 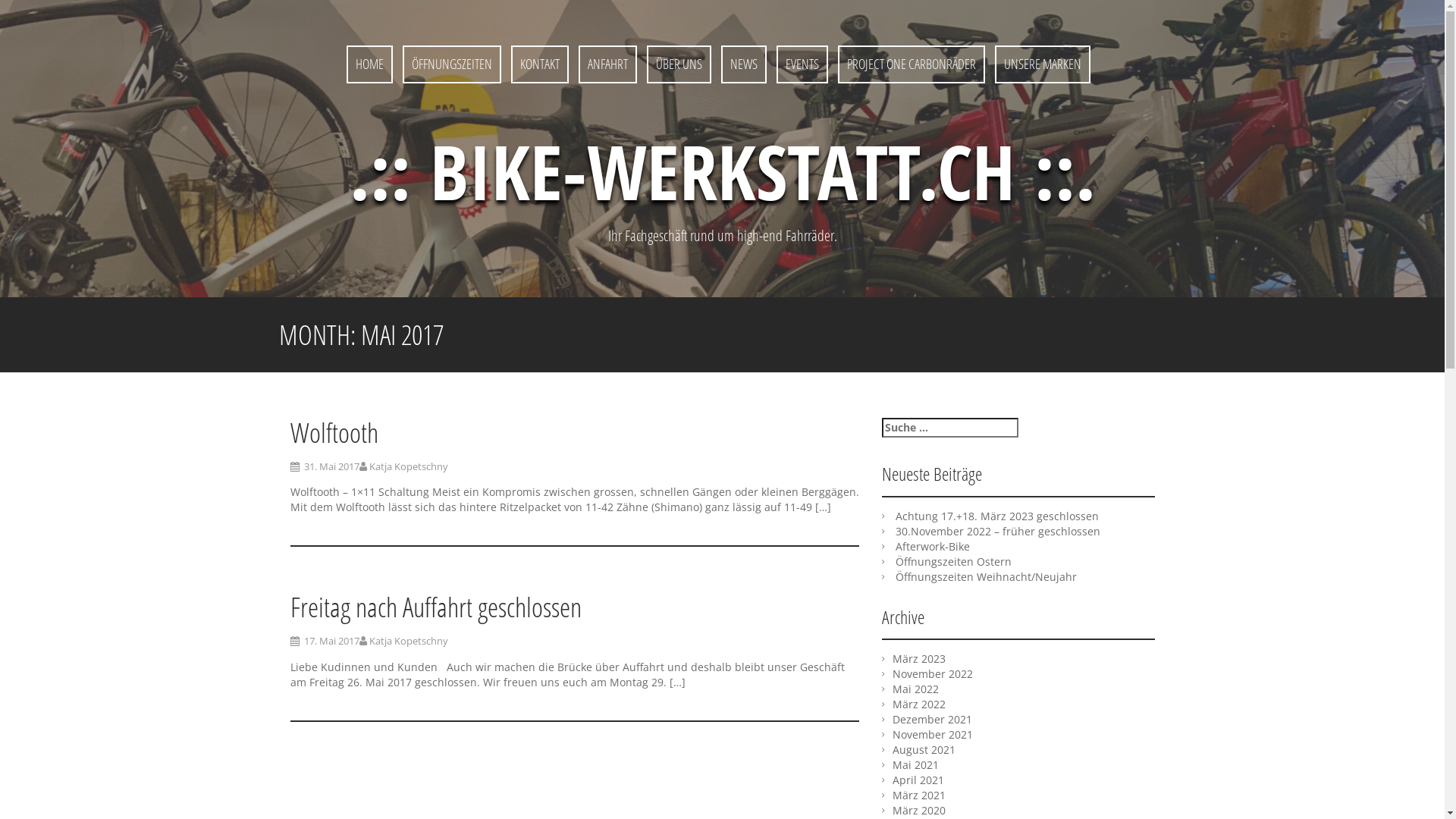 What do you see at coordinates (743, 63) in the screenshot?
I see `'NEWS'` at bounding box center [743, 63].